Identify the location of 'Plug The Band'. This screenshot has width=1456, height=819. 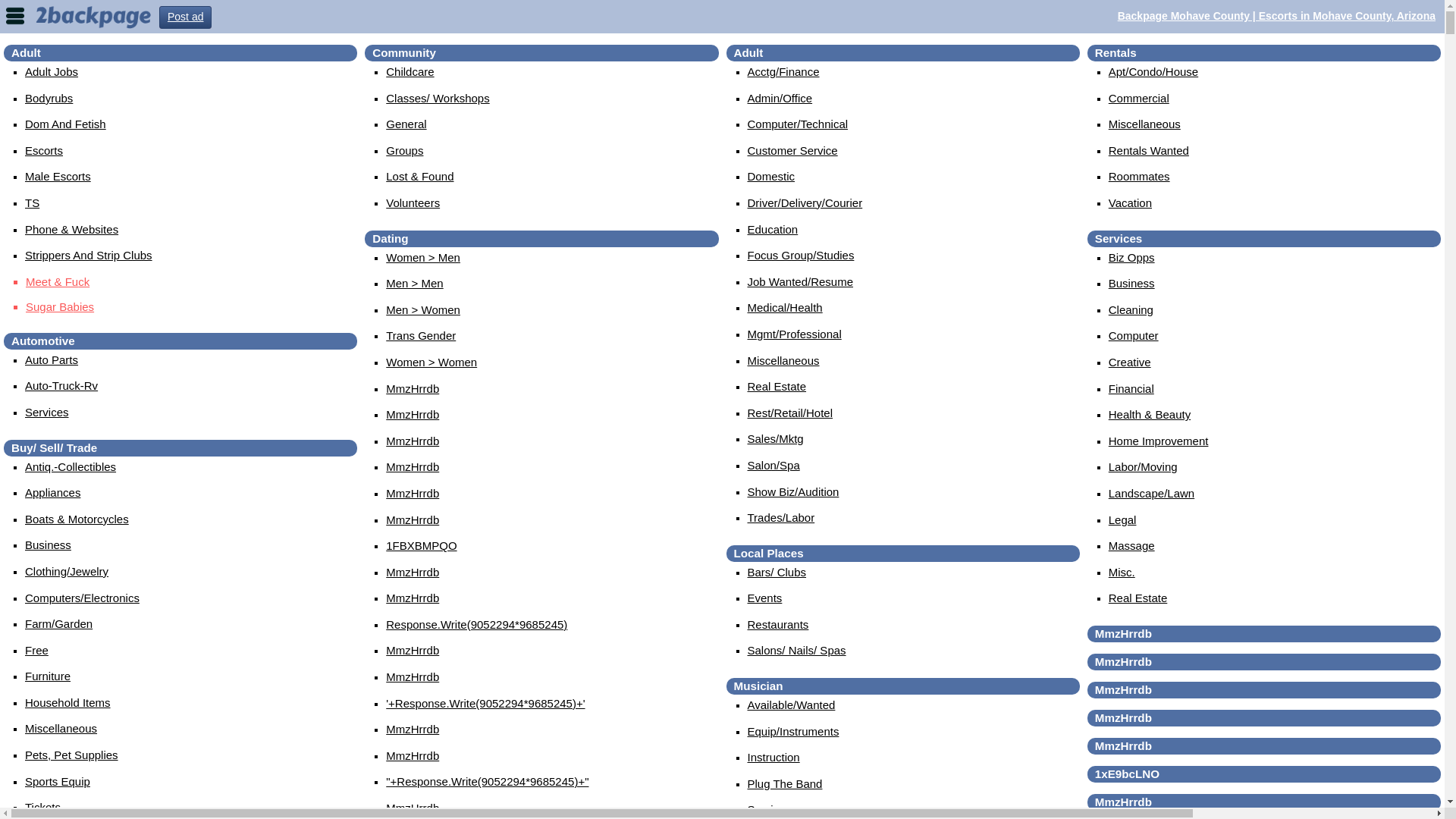
(785, 783).